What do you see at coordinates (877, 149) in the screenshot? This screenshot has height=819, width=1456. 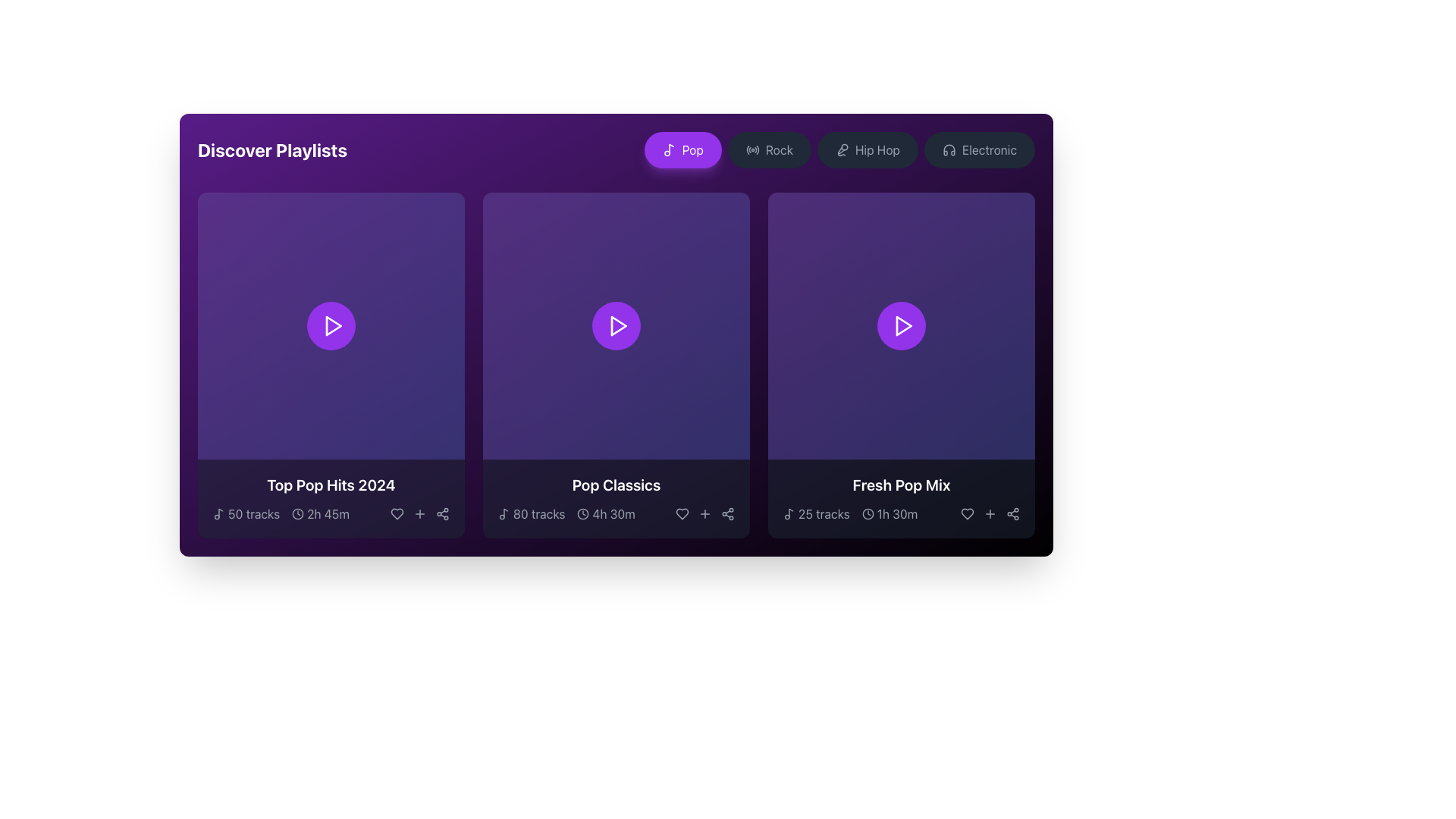 I see `the button labeled 'Hip Hop' in the navigation bar to filter for Hip Hop music content` at bounding box center [877, 149].